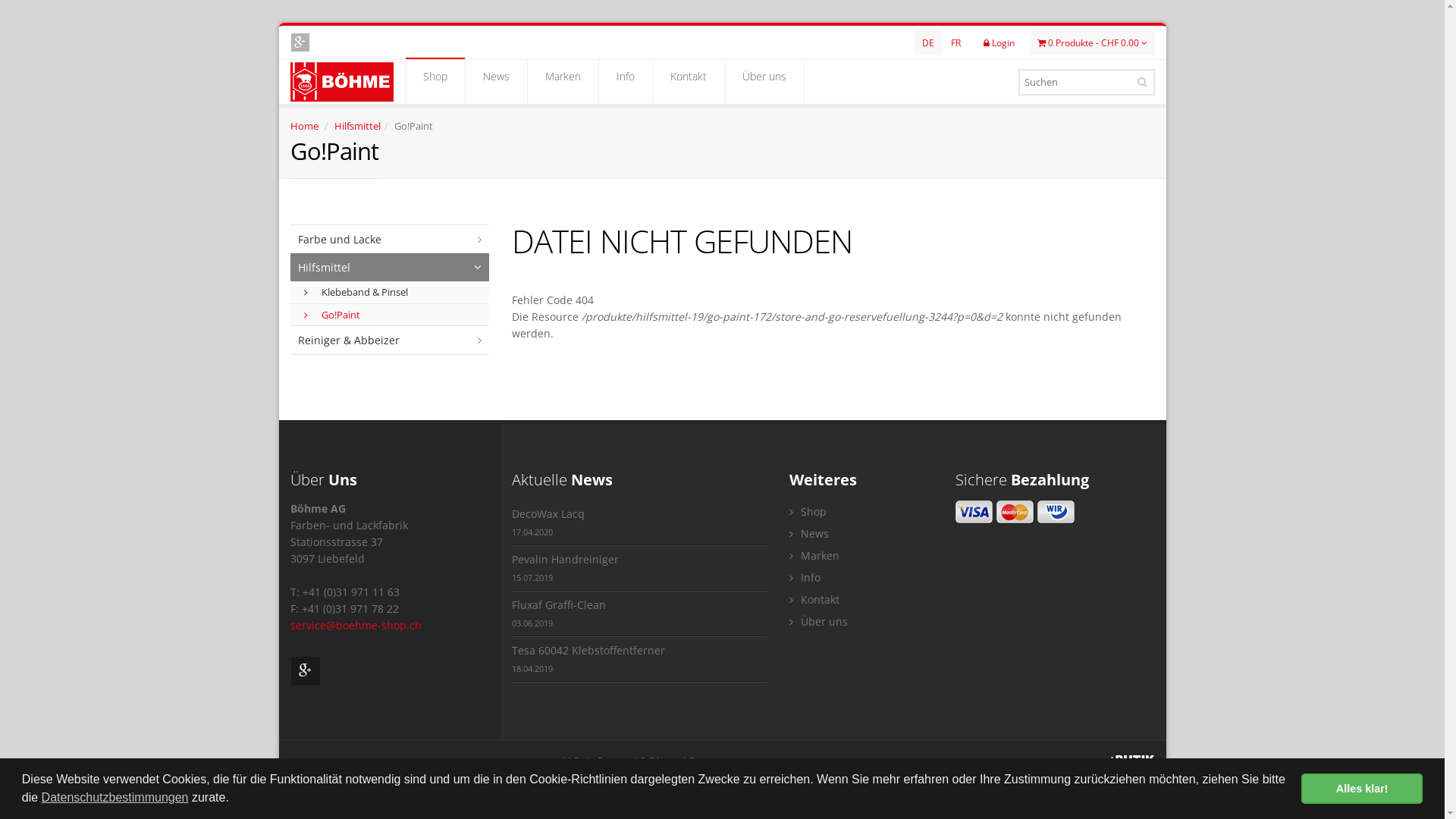 This screenshot has width=1456, height=819. I want to click on 'News, so click(465, 82).